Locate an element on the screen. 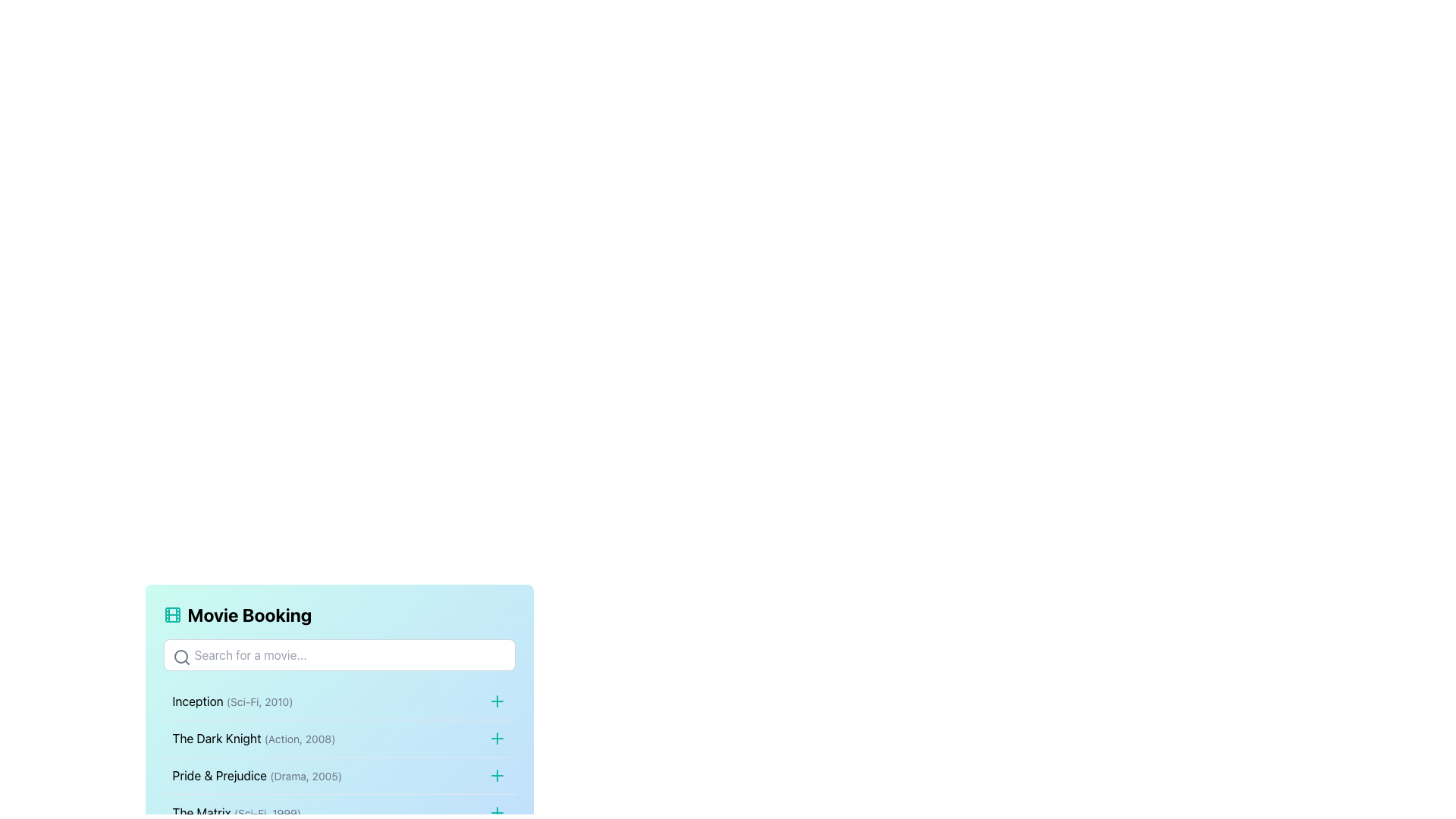 The width and height of the screenshot is (1456, 819). the button is located at coordinates (497, 738).